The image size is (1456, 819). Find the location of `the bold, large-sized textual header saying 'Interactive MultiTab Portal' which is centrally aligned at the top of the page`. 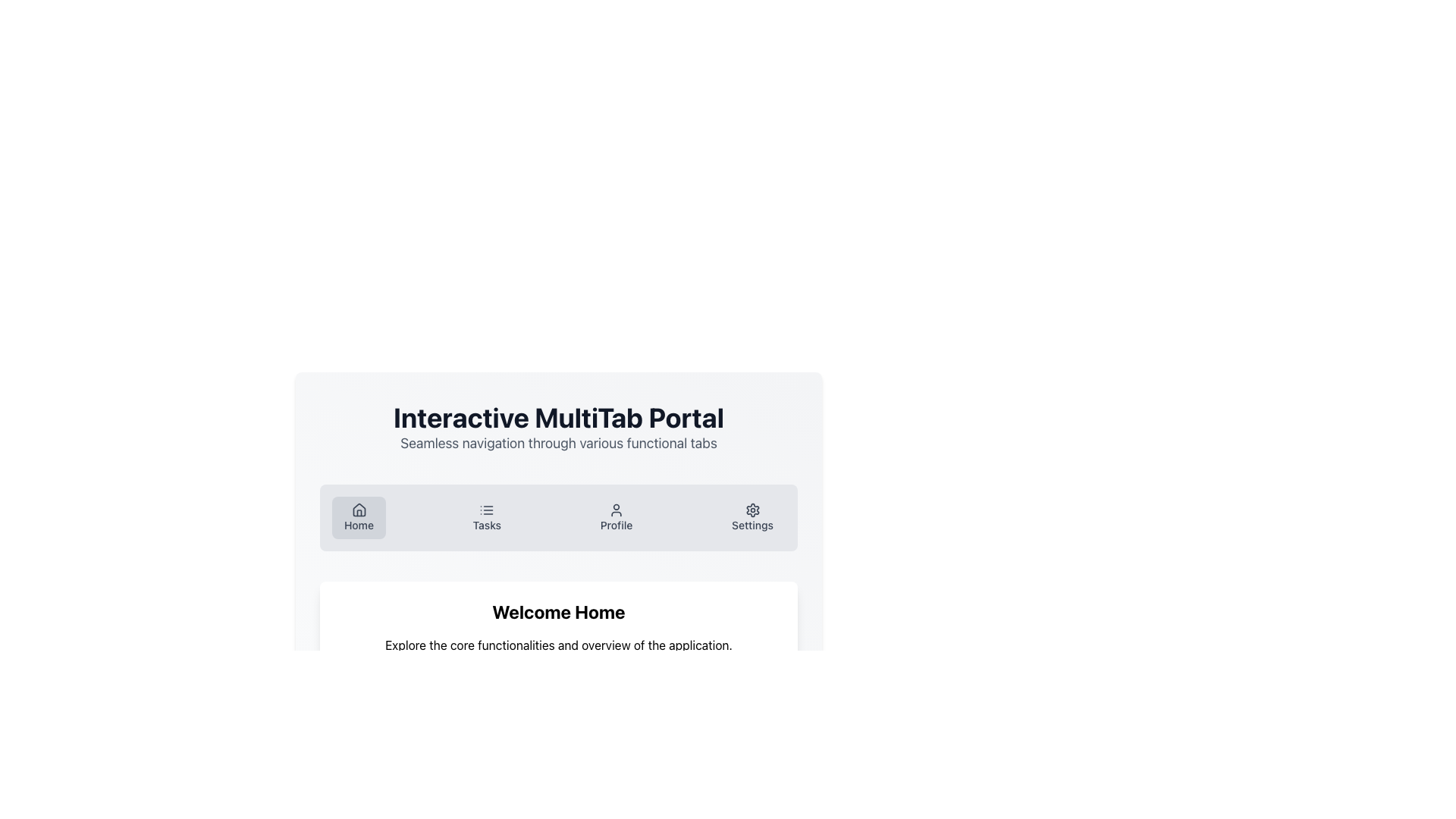

the bold, large-sized textual header saying 'Interactive MultiTab Portal' which is centrally aligned at the top of the page is located at coordinates (558, 418).